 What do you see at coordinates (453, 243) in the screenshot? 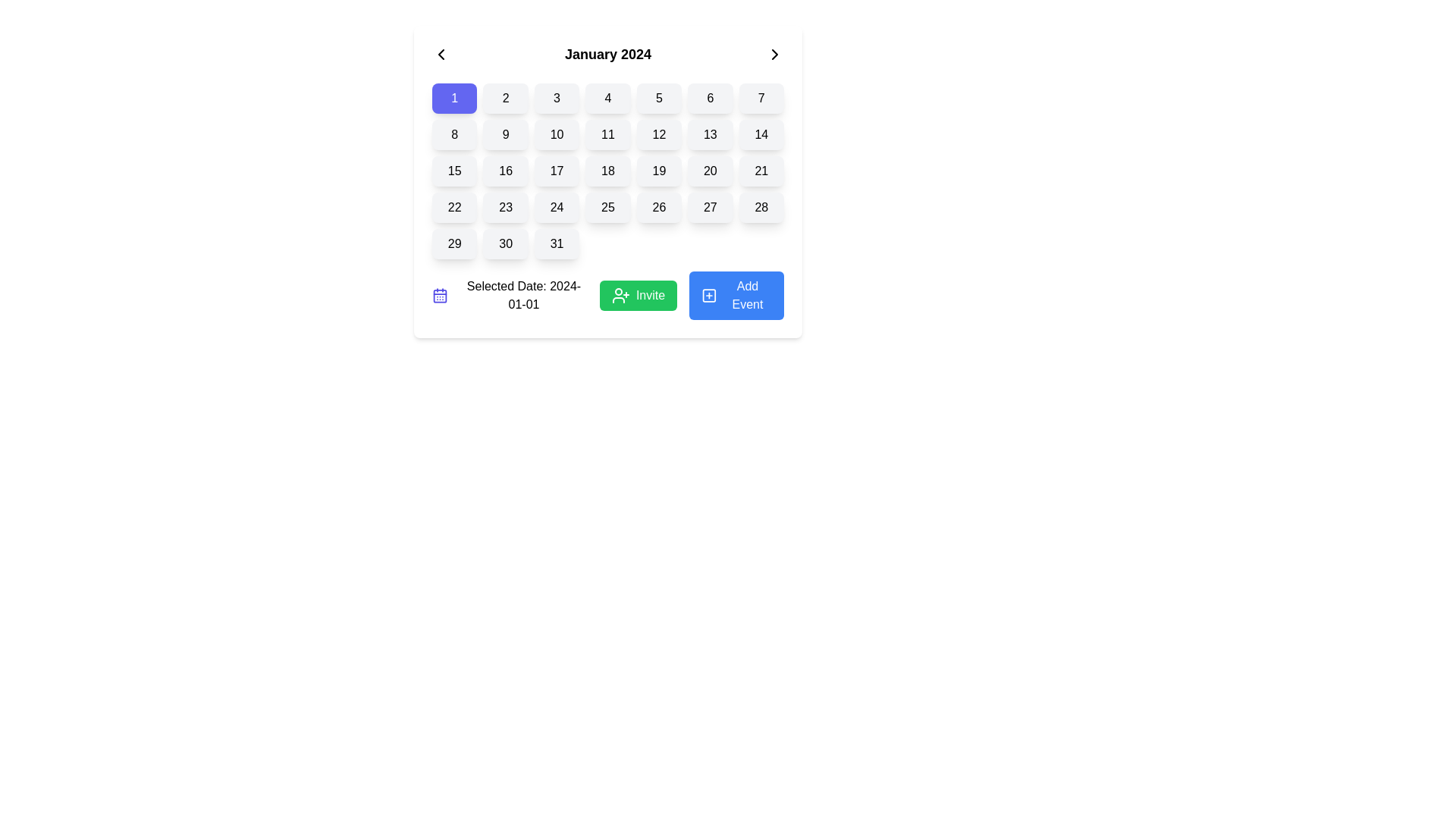
I see `the calendar cell representing the date '29', located in the sixth row and first column of the calendar grid` at bounding box center [453, 243].